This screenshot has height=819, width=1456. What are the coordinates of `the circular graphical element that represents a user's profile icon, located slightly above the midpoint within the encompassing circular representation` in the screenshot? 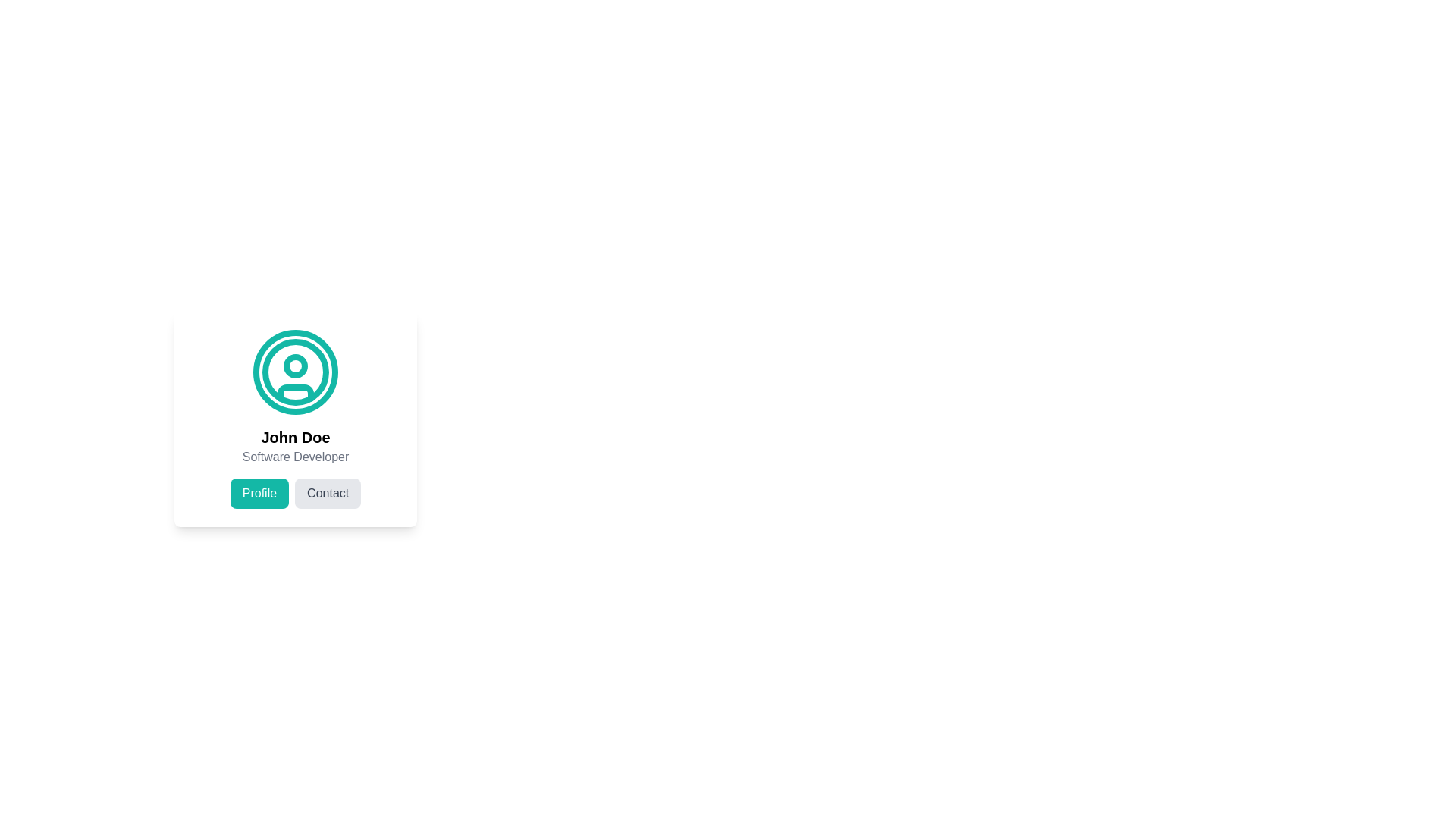 It's located at (295, 366).